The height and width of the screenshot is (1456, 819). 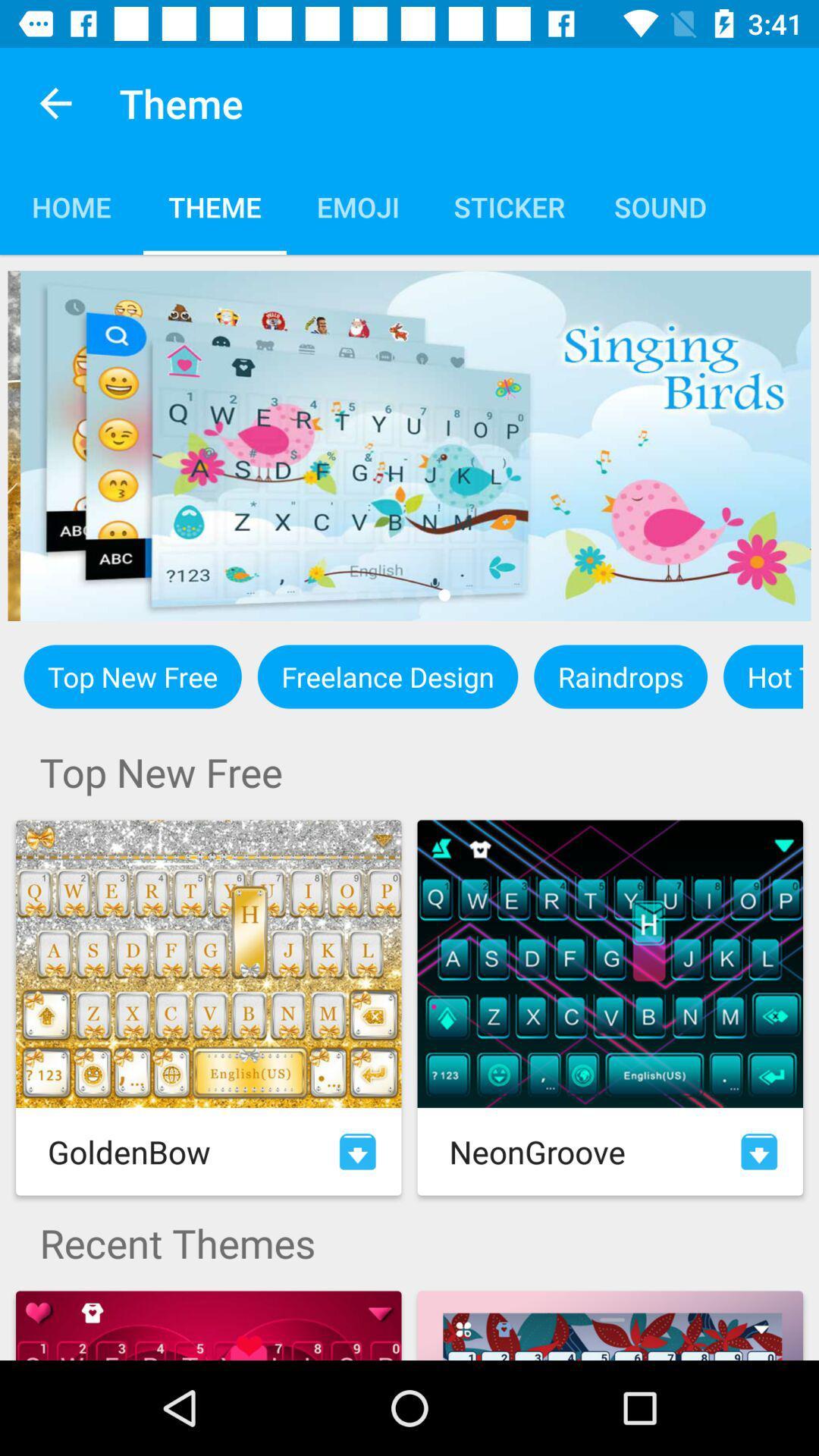 I want to click on download goldenbow, so click(x=357, y=1151).